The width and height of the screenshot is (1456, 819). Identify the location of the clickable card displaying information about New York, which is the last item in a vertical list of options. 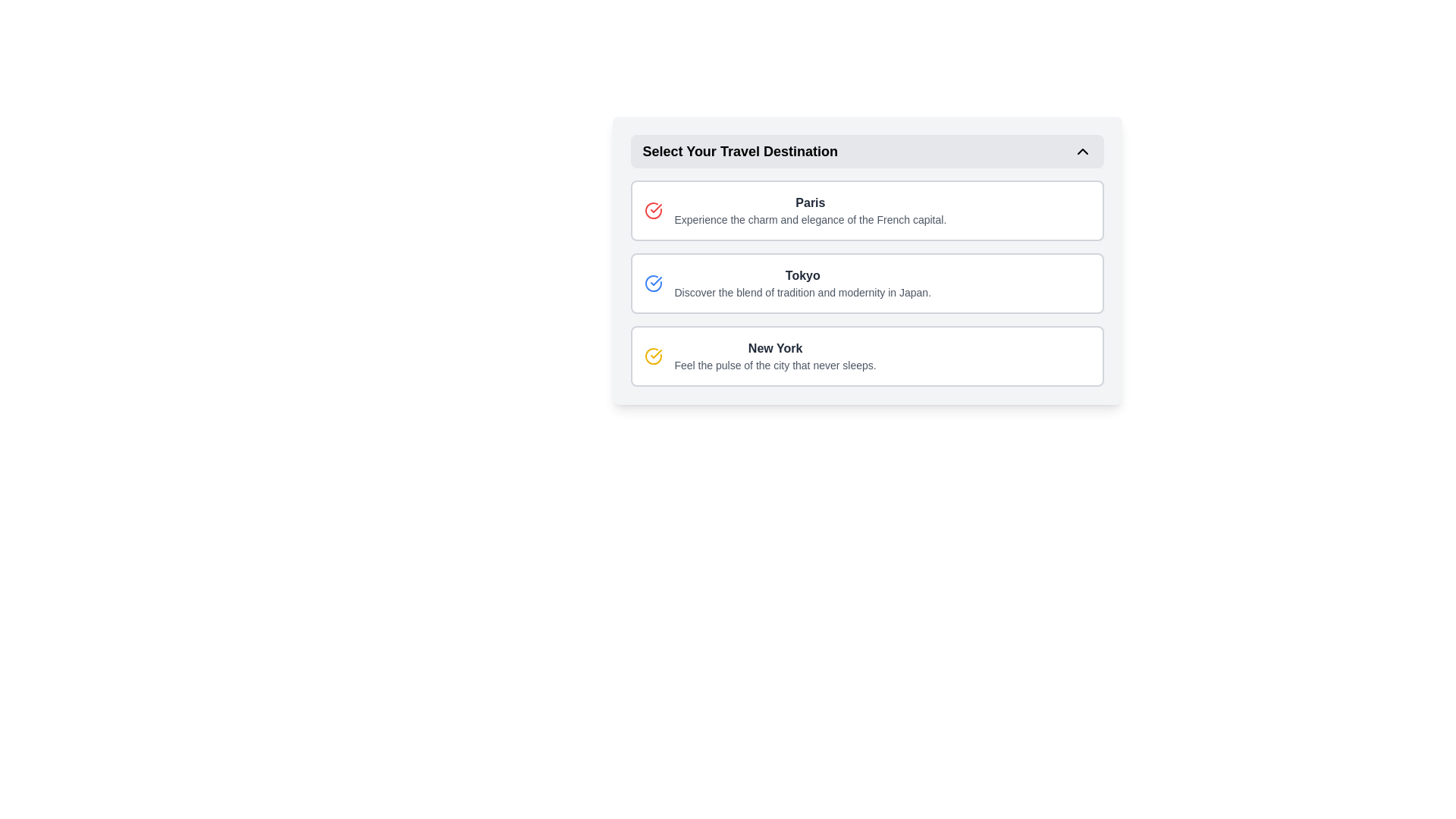
(867, 356).